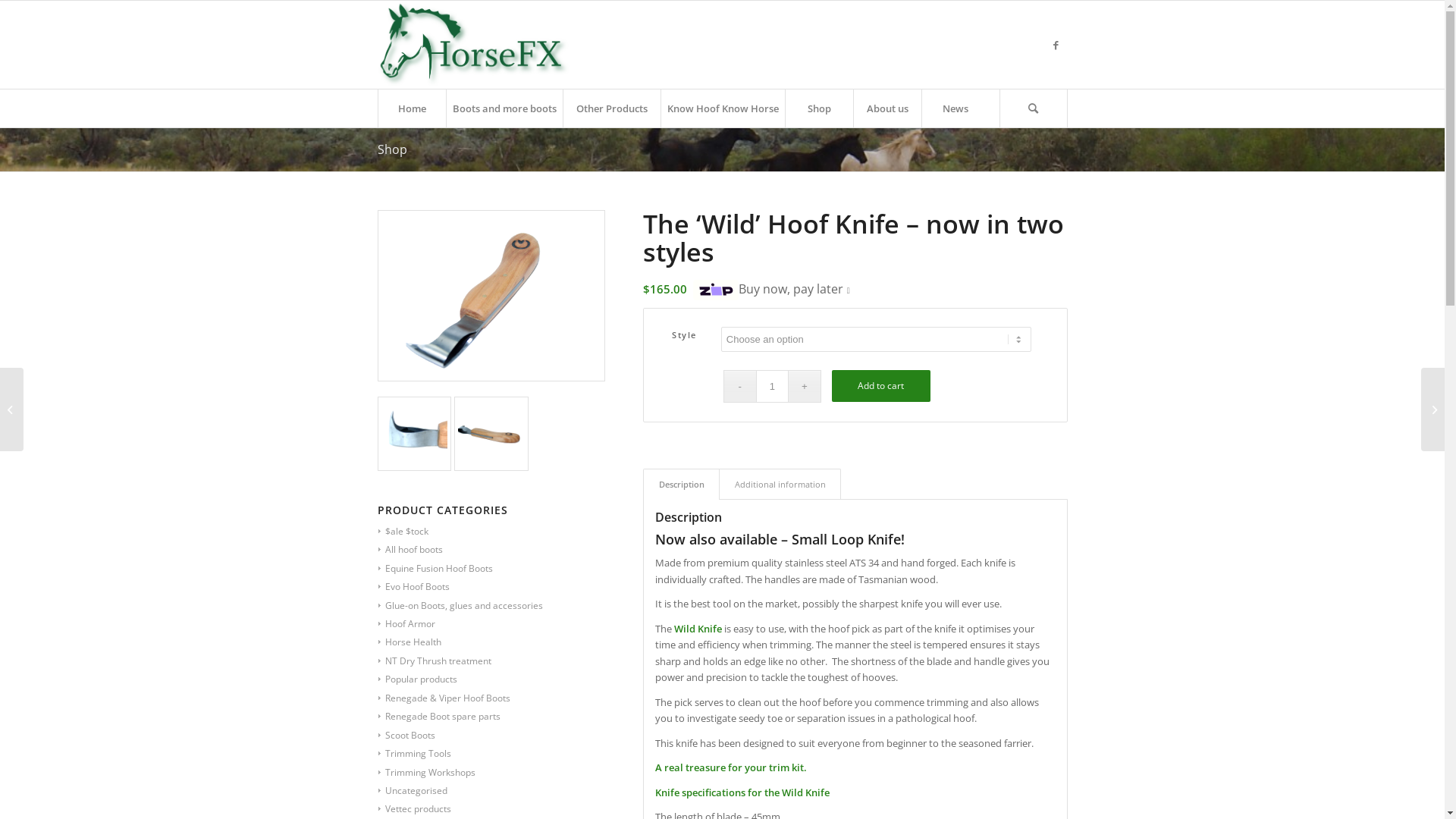  I want to click on 'Hoof Armor', so click(378, 623).